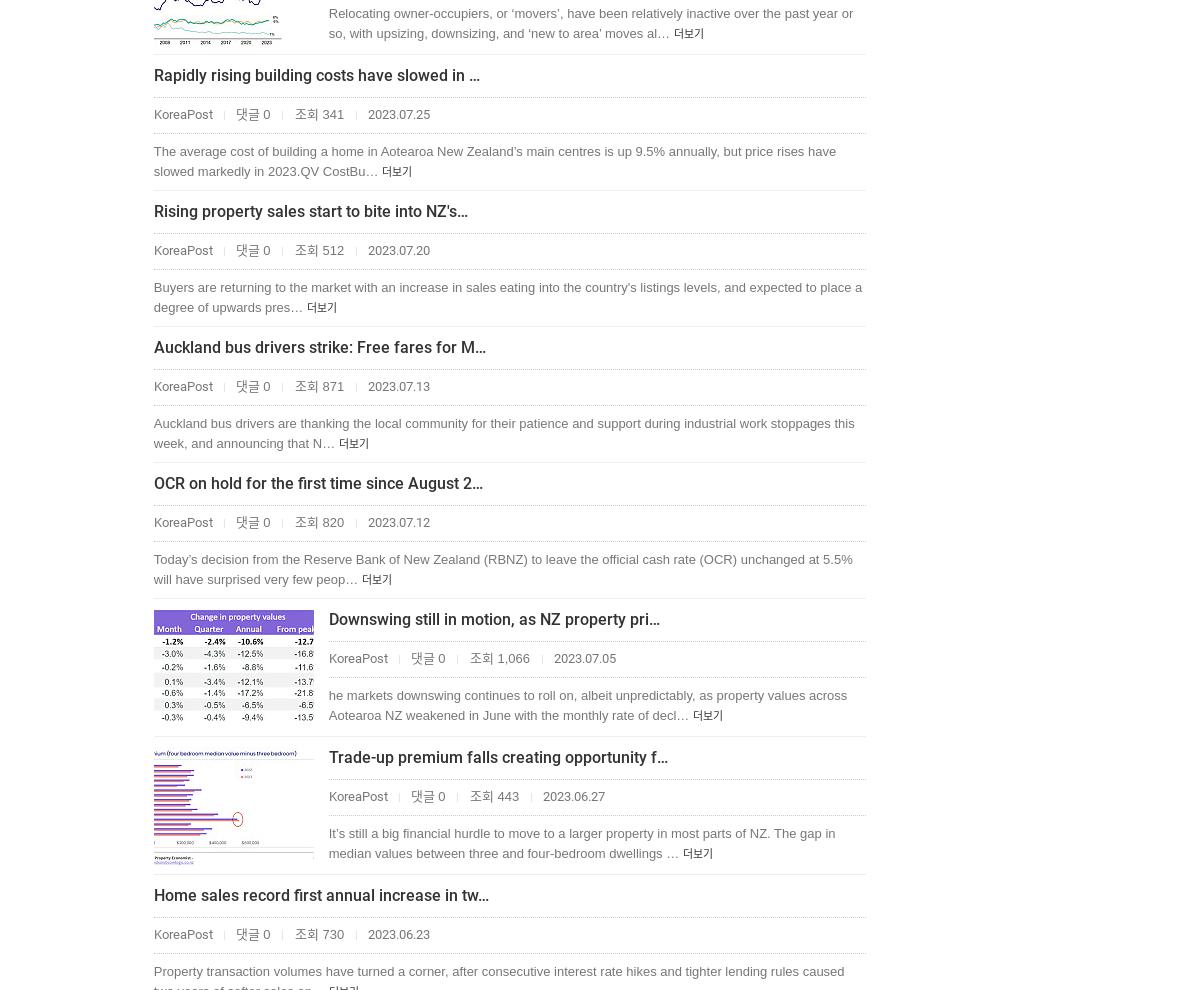 Image resolution: width=1200 pixels, height=990 pixels. I want to click on 'Rapidly rising building costs have slowed in …', so click(152, 75).